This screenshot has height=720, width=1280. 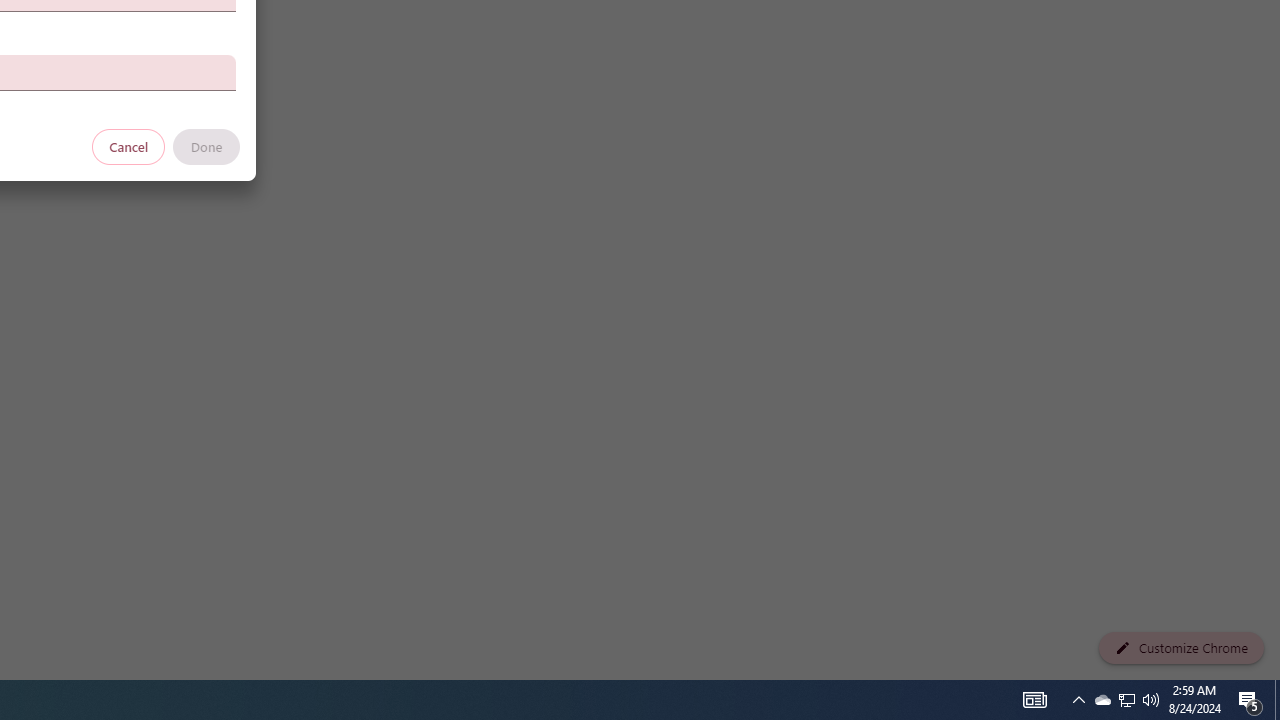 I want to click on 'Done', so click(x=206, y=145).